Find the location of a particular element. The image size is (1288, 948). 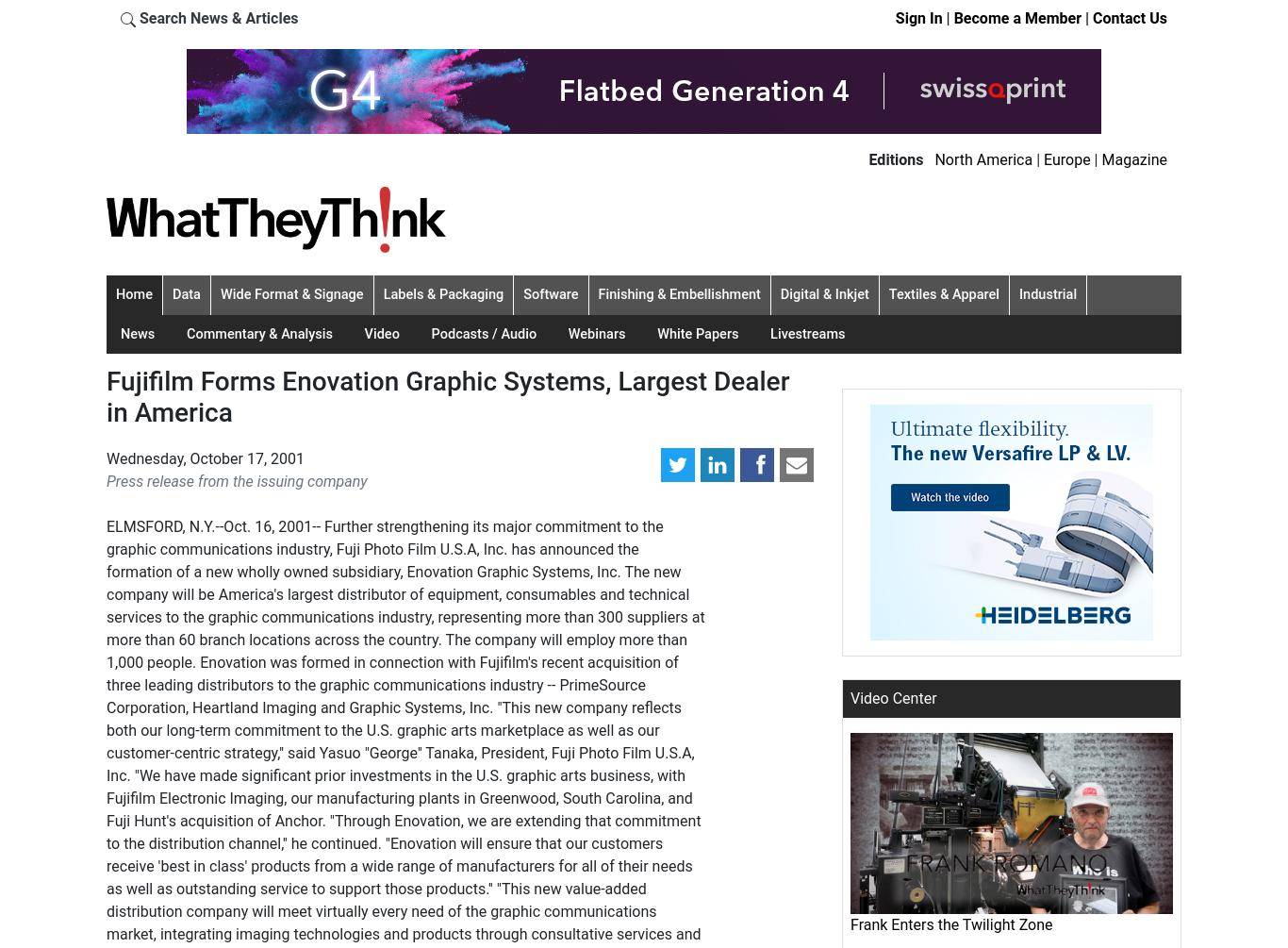

'Industrial' is located at coordinates (1018, 292).